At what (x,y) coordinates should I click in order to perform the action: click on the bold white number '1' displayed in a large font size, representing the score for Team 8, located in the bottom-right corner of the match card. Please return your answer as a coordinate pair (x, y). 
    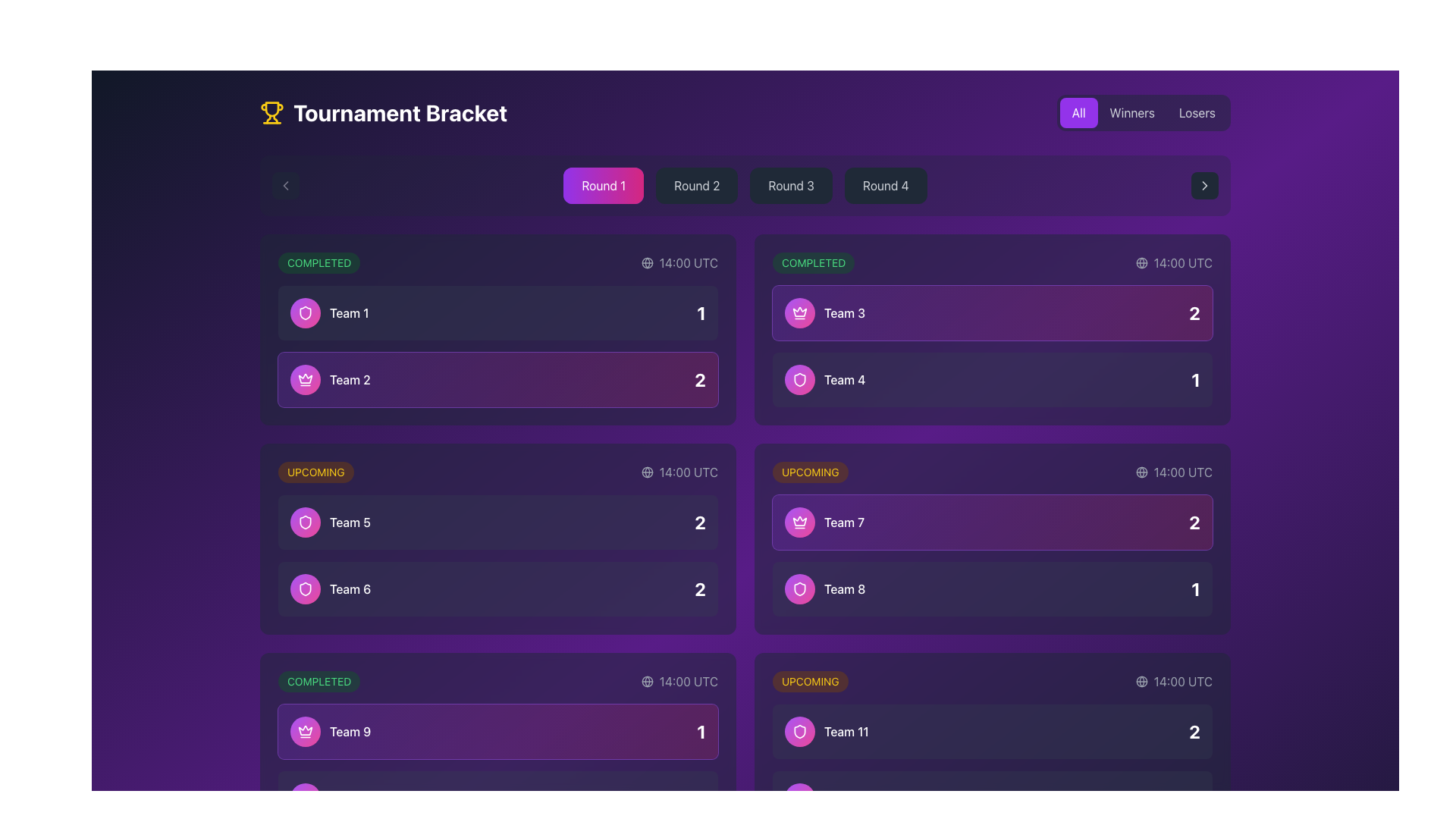
    Looking at the image, I should click on (1195, 588).